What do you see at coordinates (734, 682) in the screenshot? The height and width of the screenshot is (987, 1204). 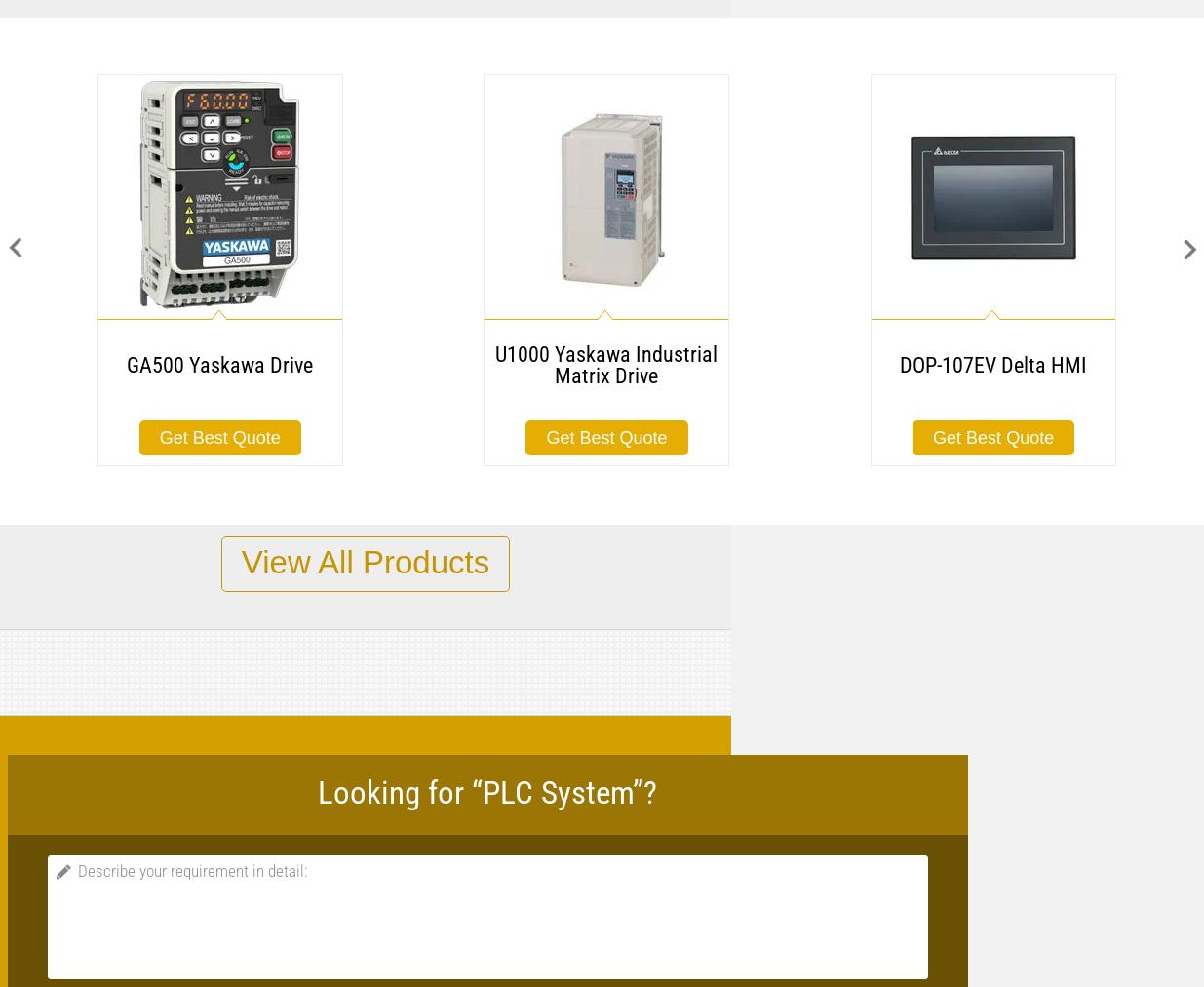 I see `'PID controller with auto-tuning functionality.'` at bounding box center [734, 682].